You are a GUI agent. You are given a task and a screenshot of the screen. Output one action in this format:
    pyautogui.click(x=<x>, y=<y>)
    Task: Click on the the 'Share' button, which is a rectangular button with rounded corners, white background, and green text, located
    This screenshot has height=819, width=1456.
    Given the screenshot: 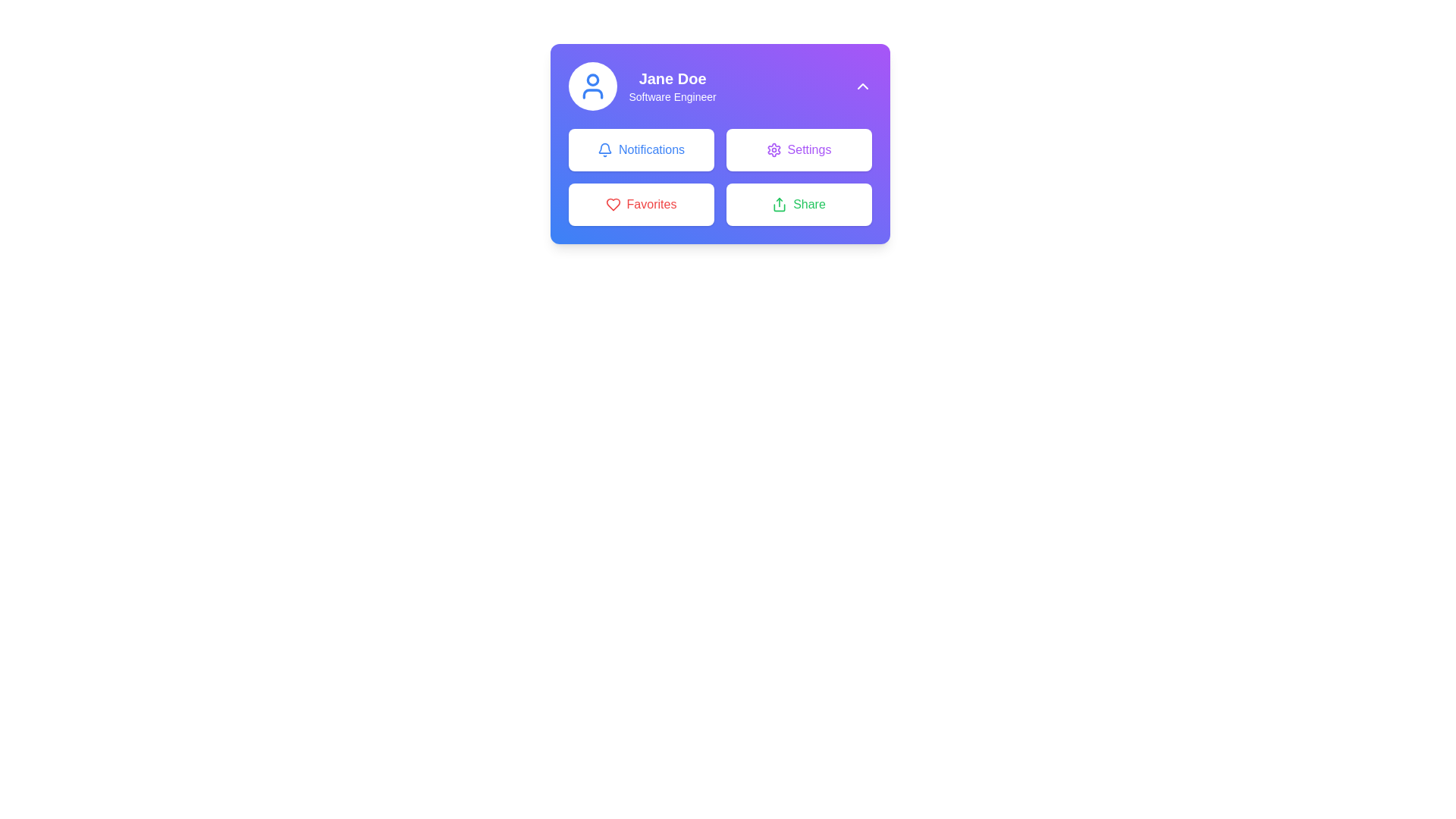 What is the action you would take?
    pyautogui.click(x=798, y=205)
    